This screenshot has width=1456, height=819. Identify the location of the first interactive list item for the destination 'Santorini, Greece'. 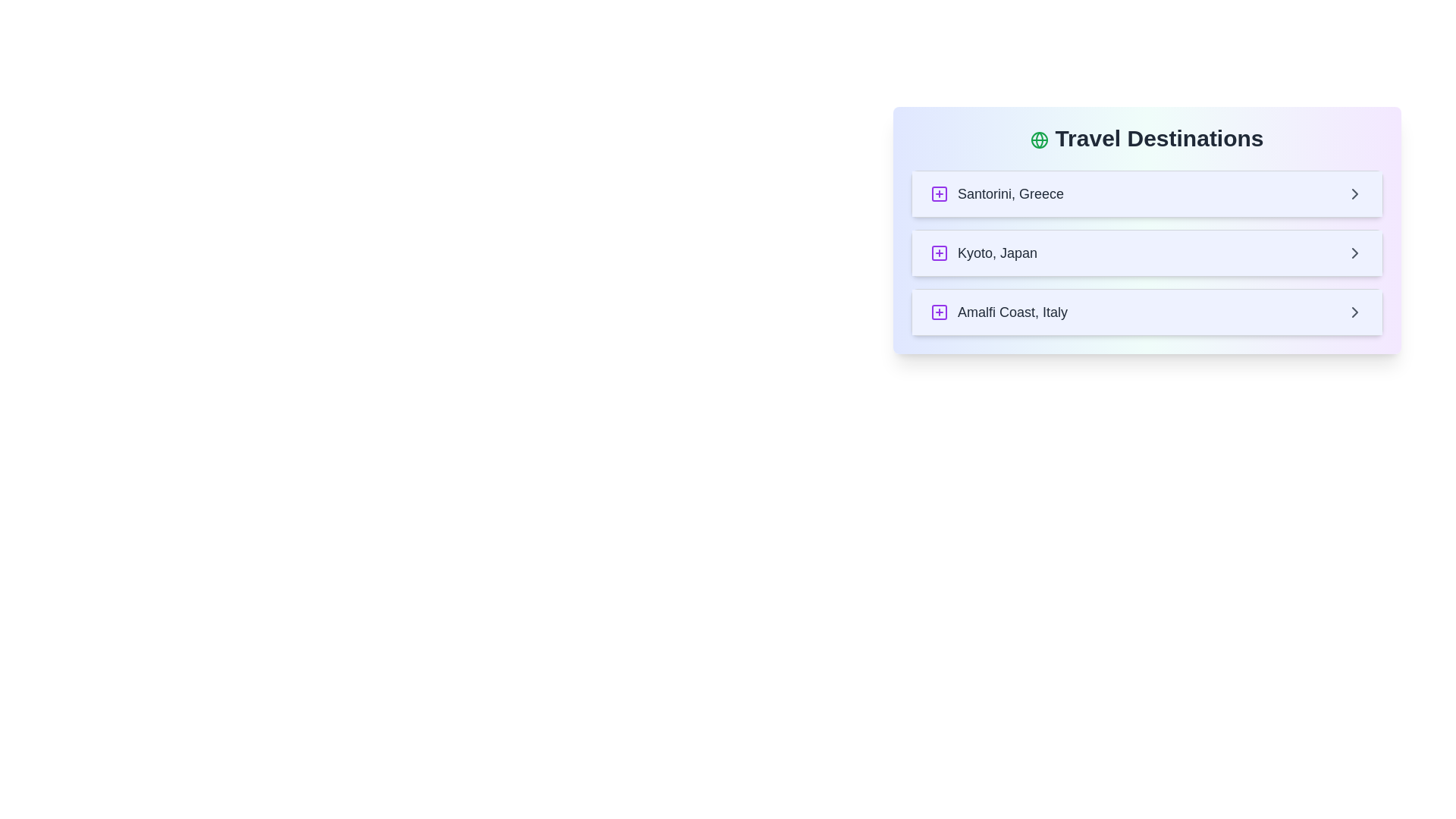
(1147, 193).